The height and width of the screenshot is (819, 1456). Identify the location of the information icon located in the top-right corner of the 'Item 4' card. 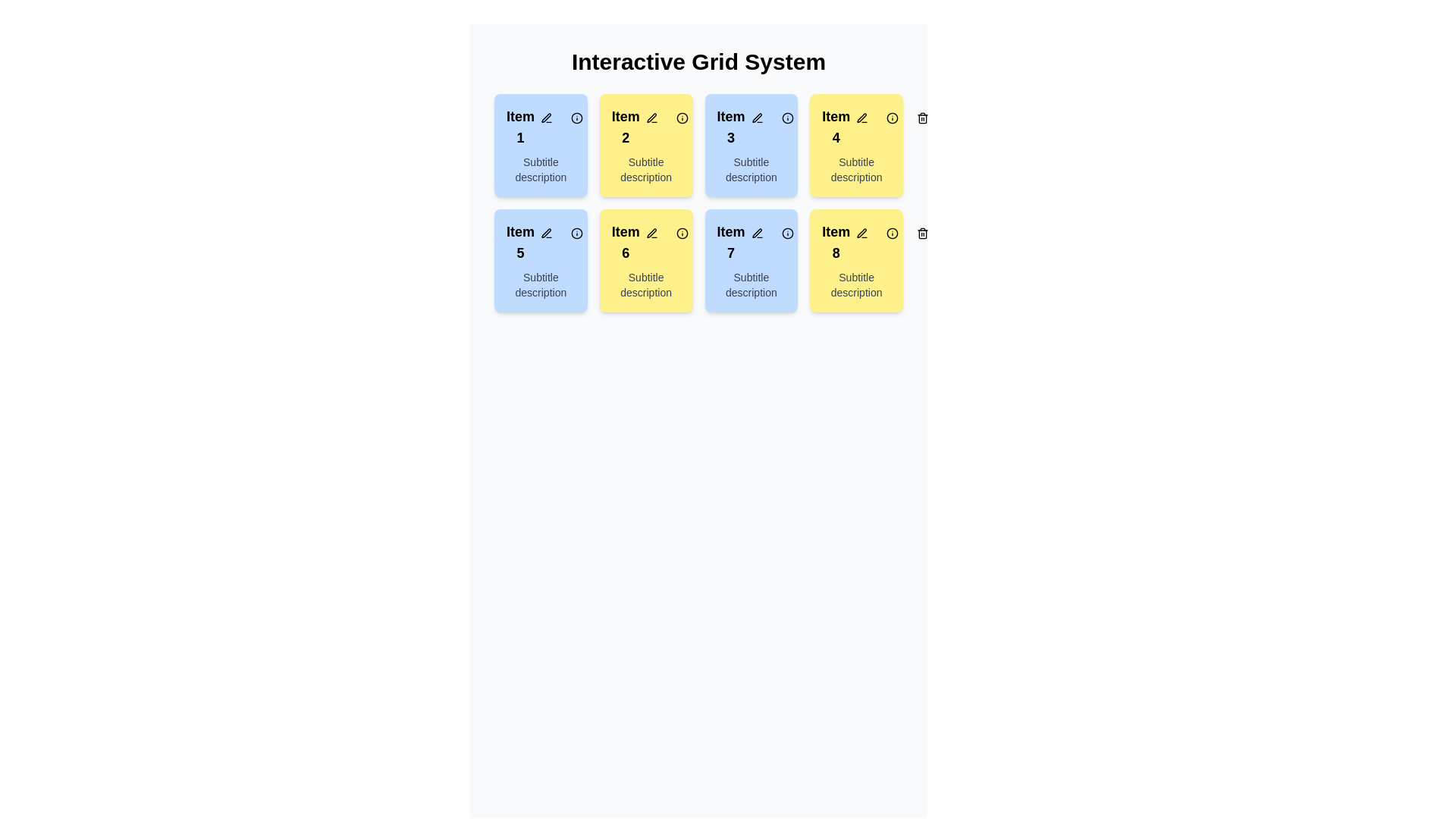
(893, 117).